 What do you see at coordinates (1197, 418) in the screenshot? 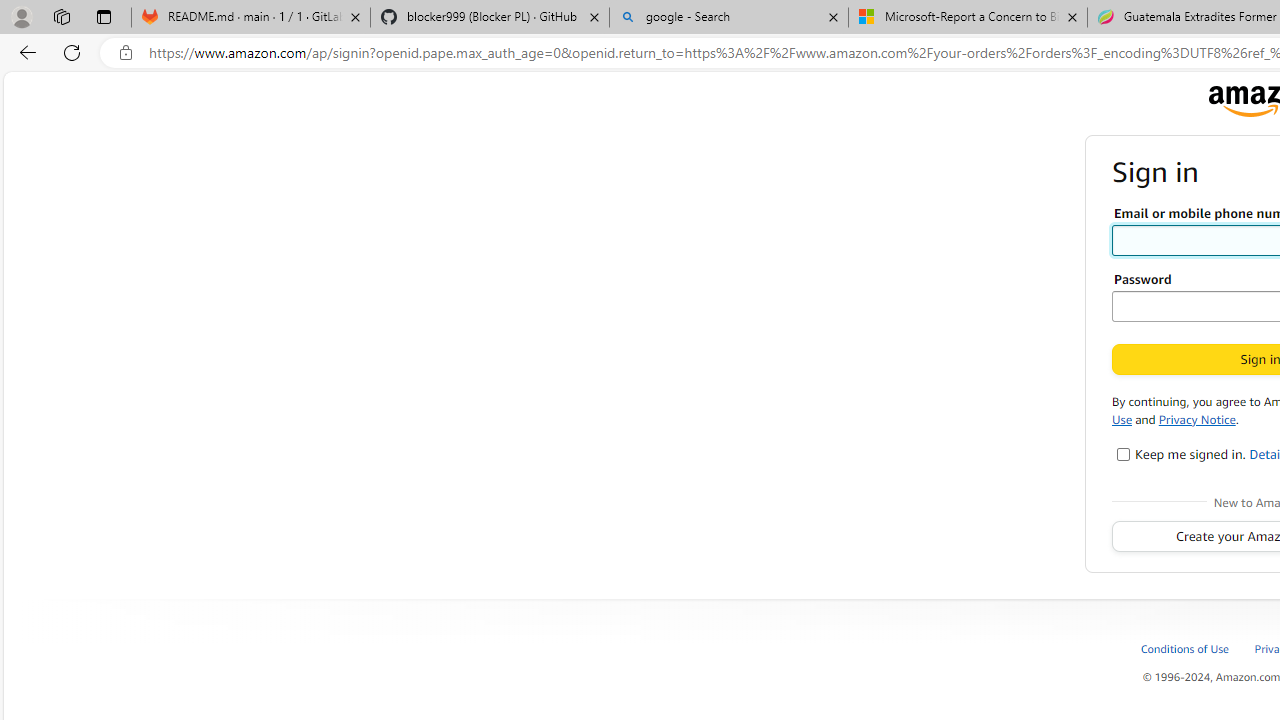
I see `'Privacy Notice'` at bounding box center [1197, 418].